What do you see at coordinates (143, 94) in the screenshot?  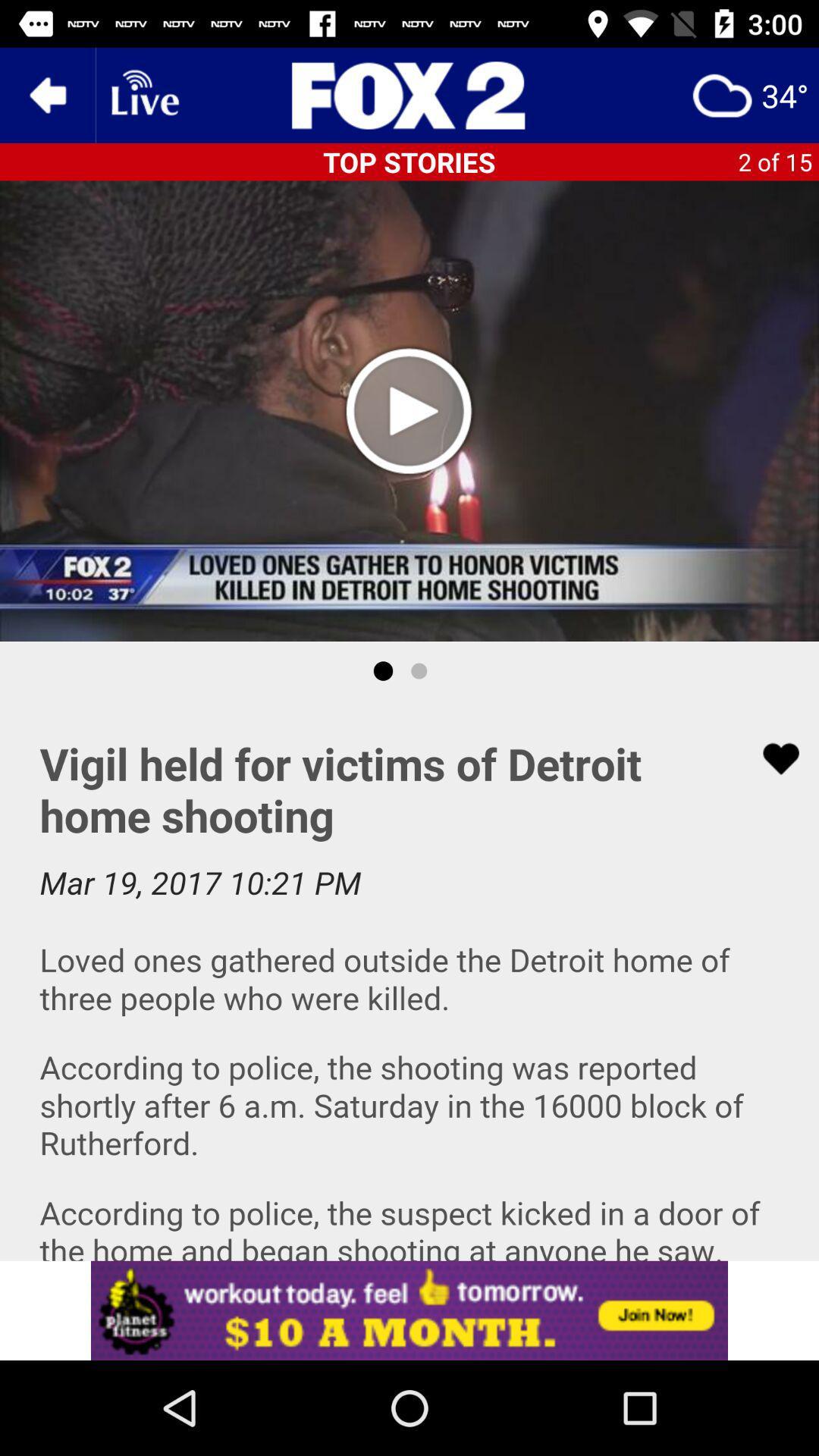 I see `show live broadcast button` at bounding box center [143, 94].